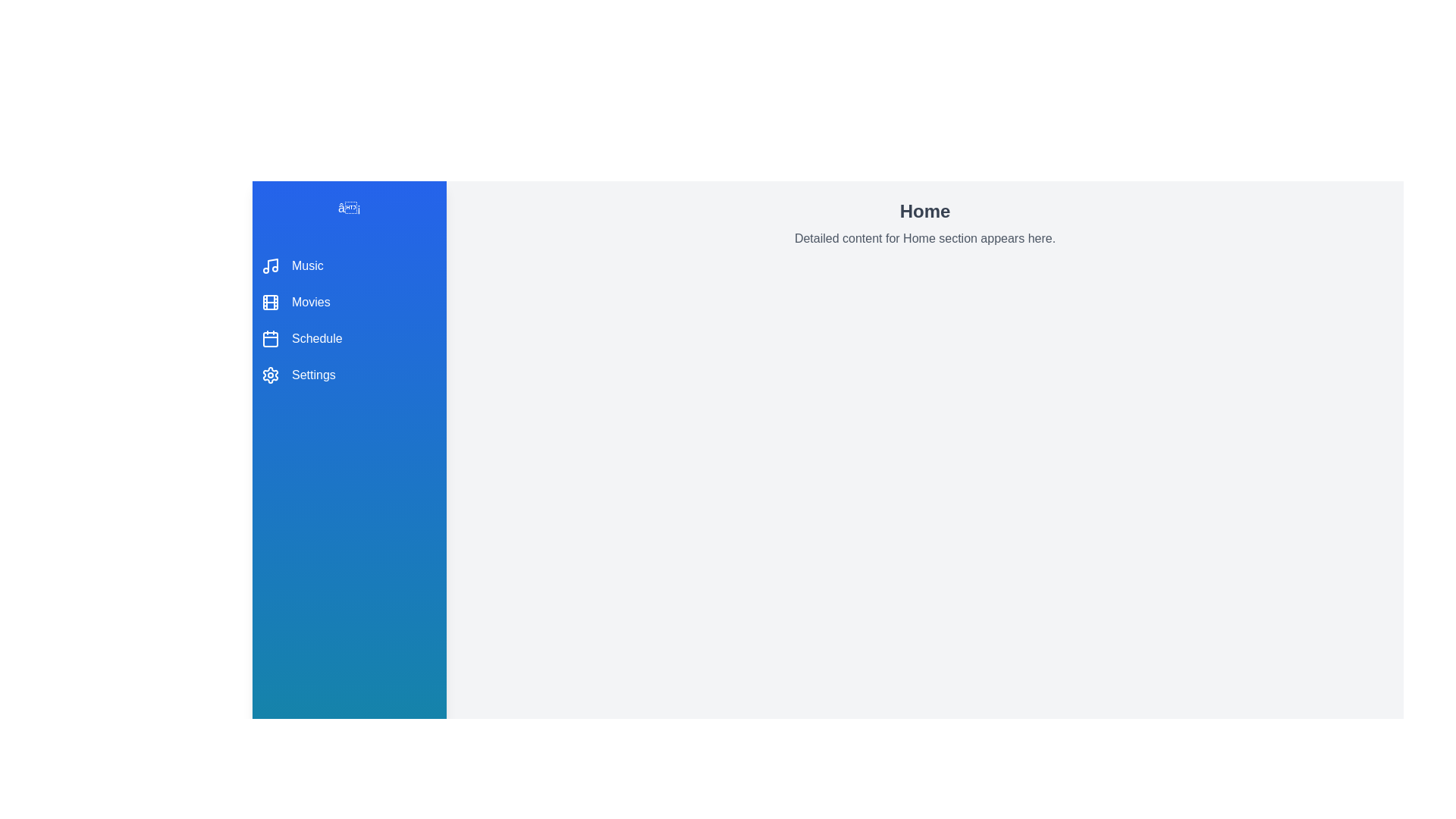 This screenshot has width=1456, height=819. I want to click on the menu item Movies to view its details, so click(348, 302).